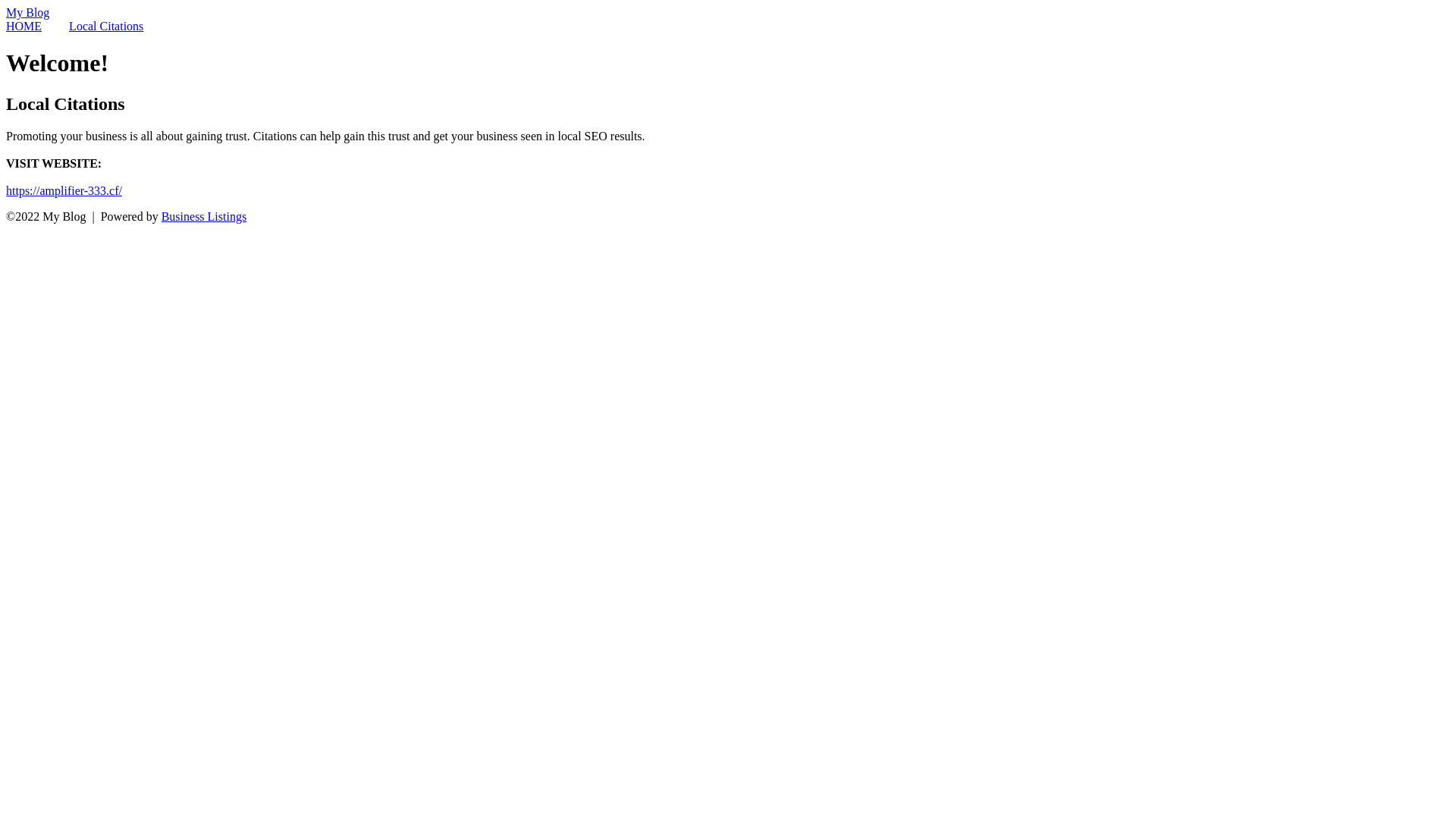 The image size is (1456, 819). What do you see at coordinates (202, 216) in the screenshot?
I see `'Business Listings'` at bounding box center [202, 216].